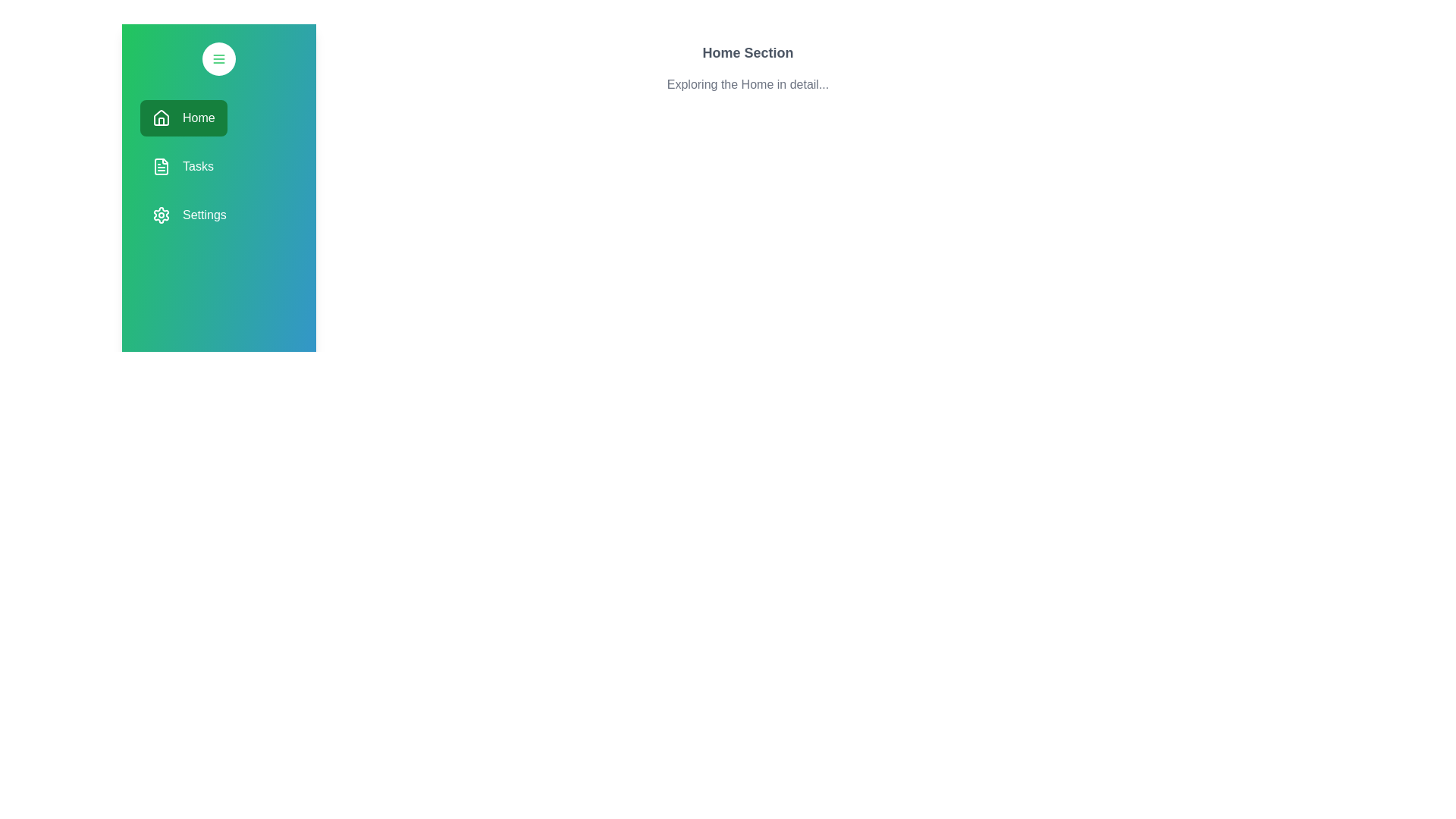 This screenshot has height=819, width=1456. I want to click on the menu toggle icon located at the top-center of the circular button in the sidebar, so click(218, 58).